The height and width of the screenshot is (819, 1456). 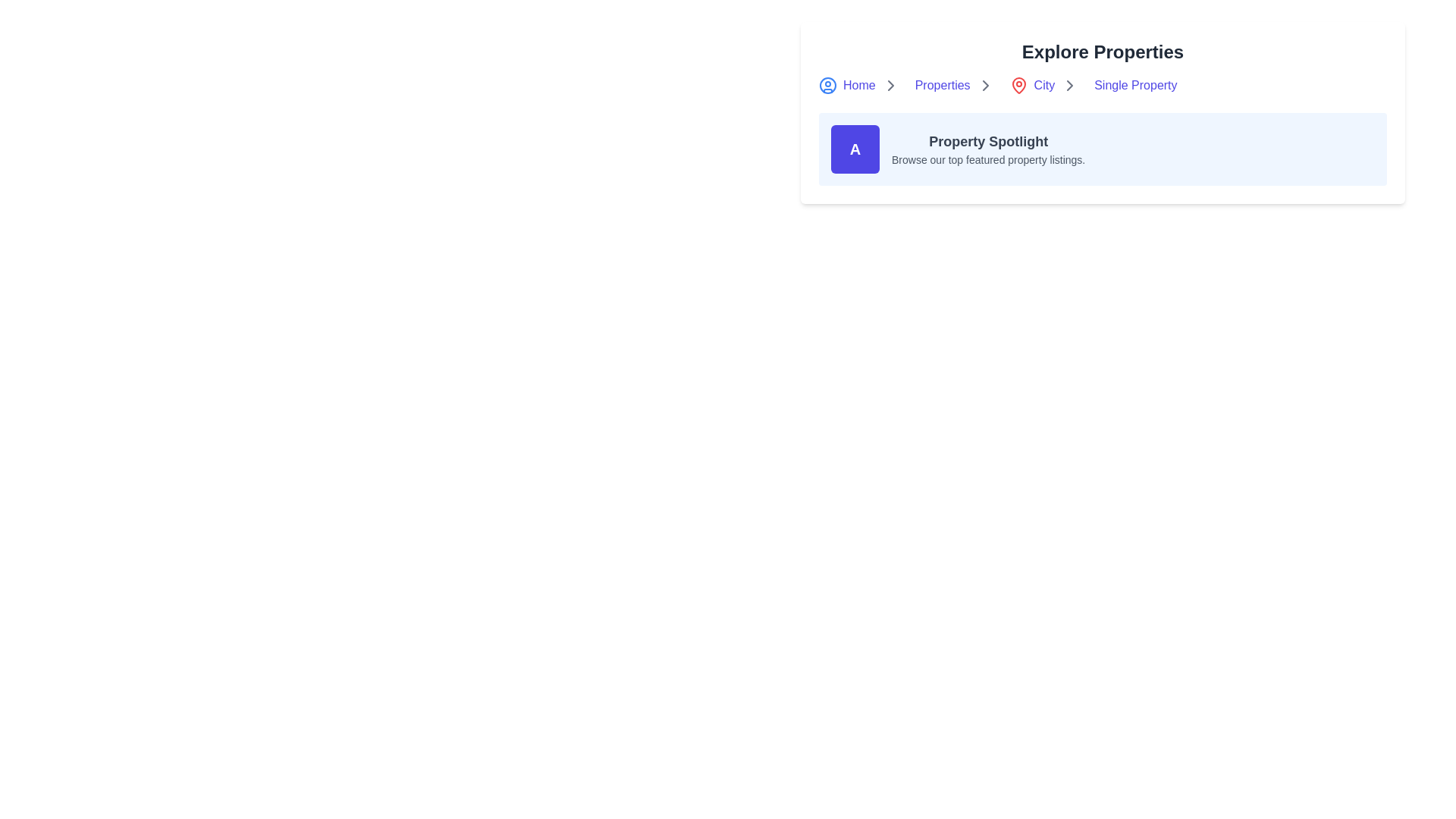 I want to click on the rightward-pointing arrow icon in the breadcrumb navigation bar, located between the 'Properties' and 'City' labels, so click(x=890, y=85).